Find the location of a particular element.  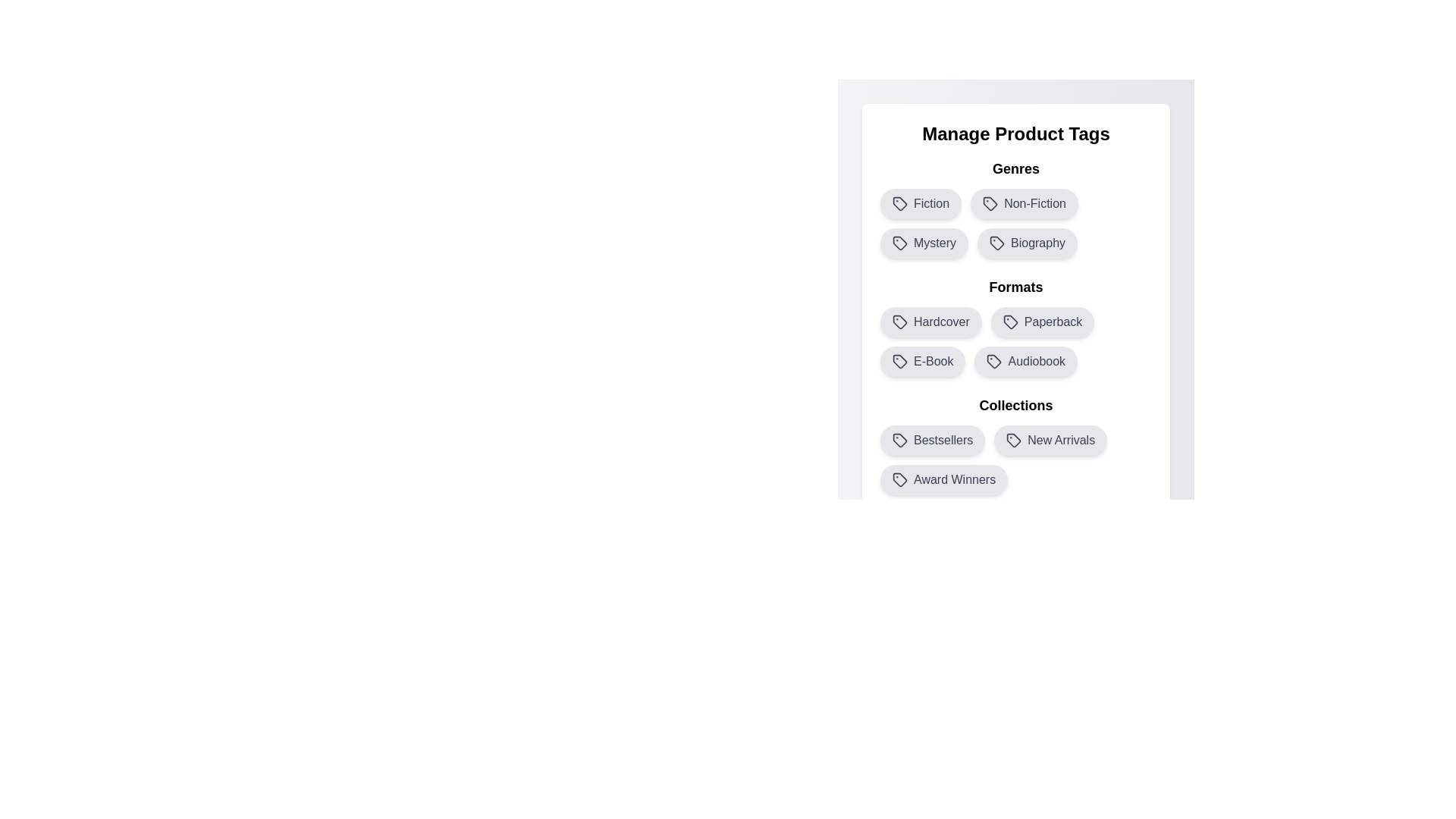

the 'Hardcover' toggleable button in the 'Formats' section is located at coordinates (930, 321).